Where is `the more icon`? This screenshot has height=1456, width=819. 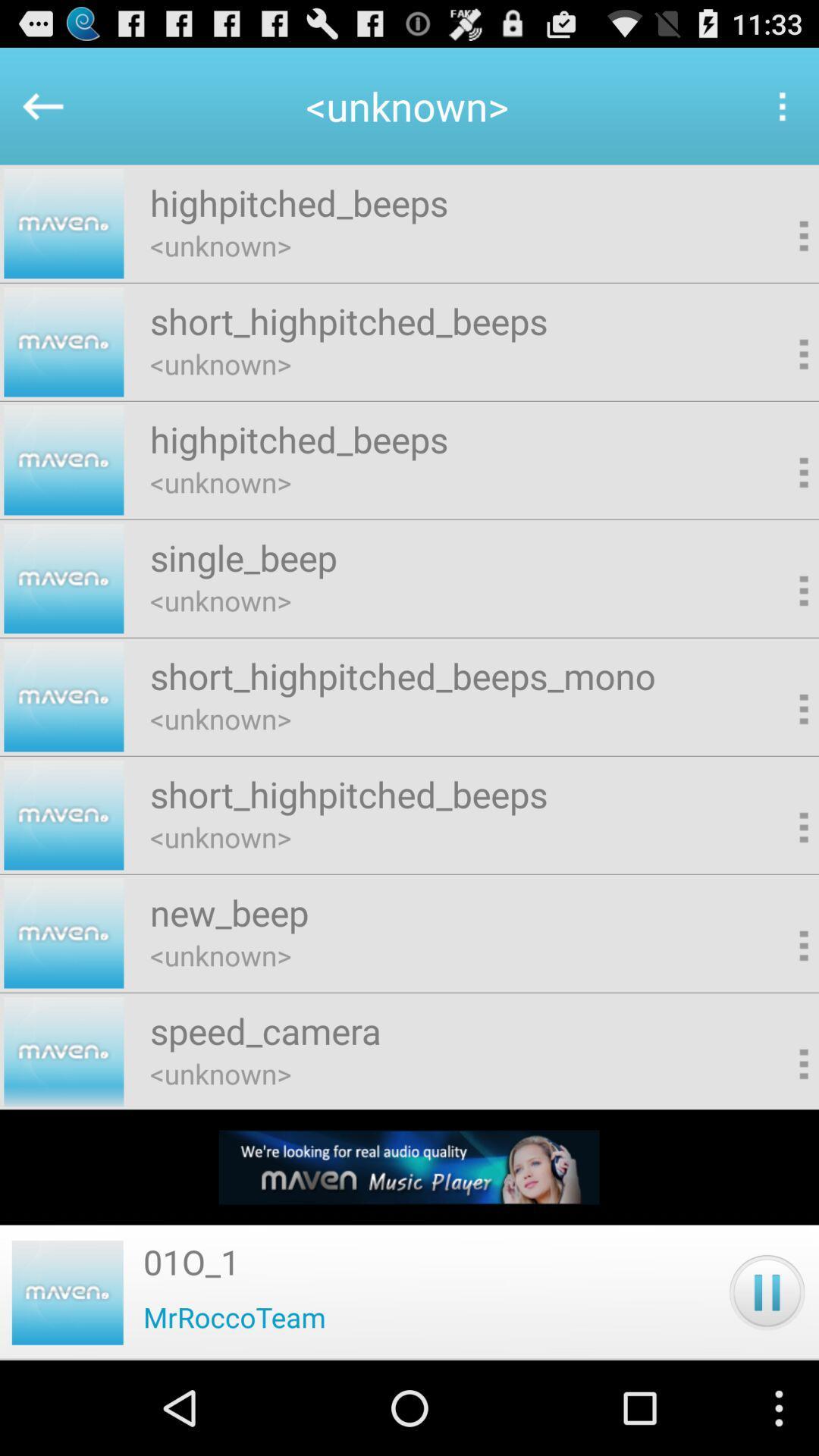
the more icon is located at coordinates (779, 633).